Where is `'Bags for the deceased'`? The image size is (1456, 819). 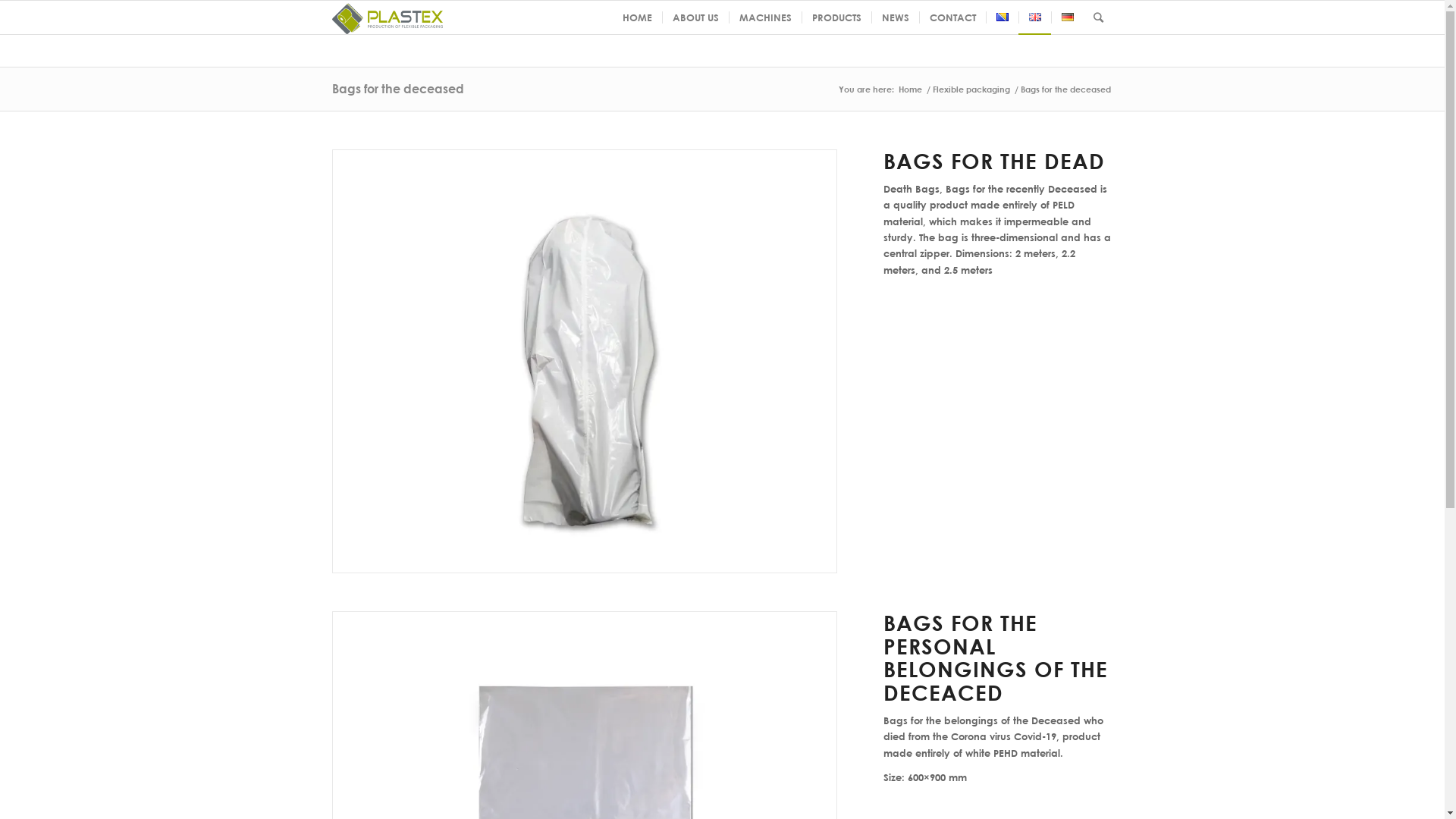 'Bags for the deceased' is located at coordinates (397, 88).